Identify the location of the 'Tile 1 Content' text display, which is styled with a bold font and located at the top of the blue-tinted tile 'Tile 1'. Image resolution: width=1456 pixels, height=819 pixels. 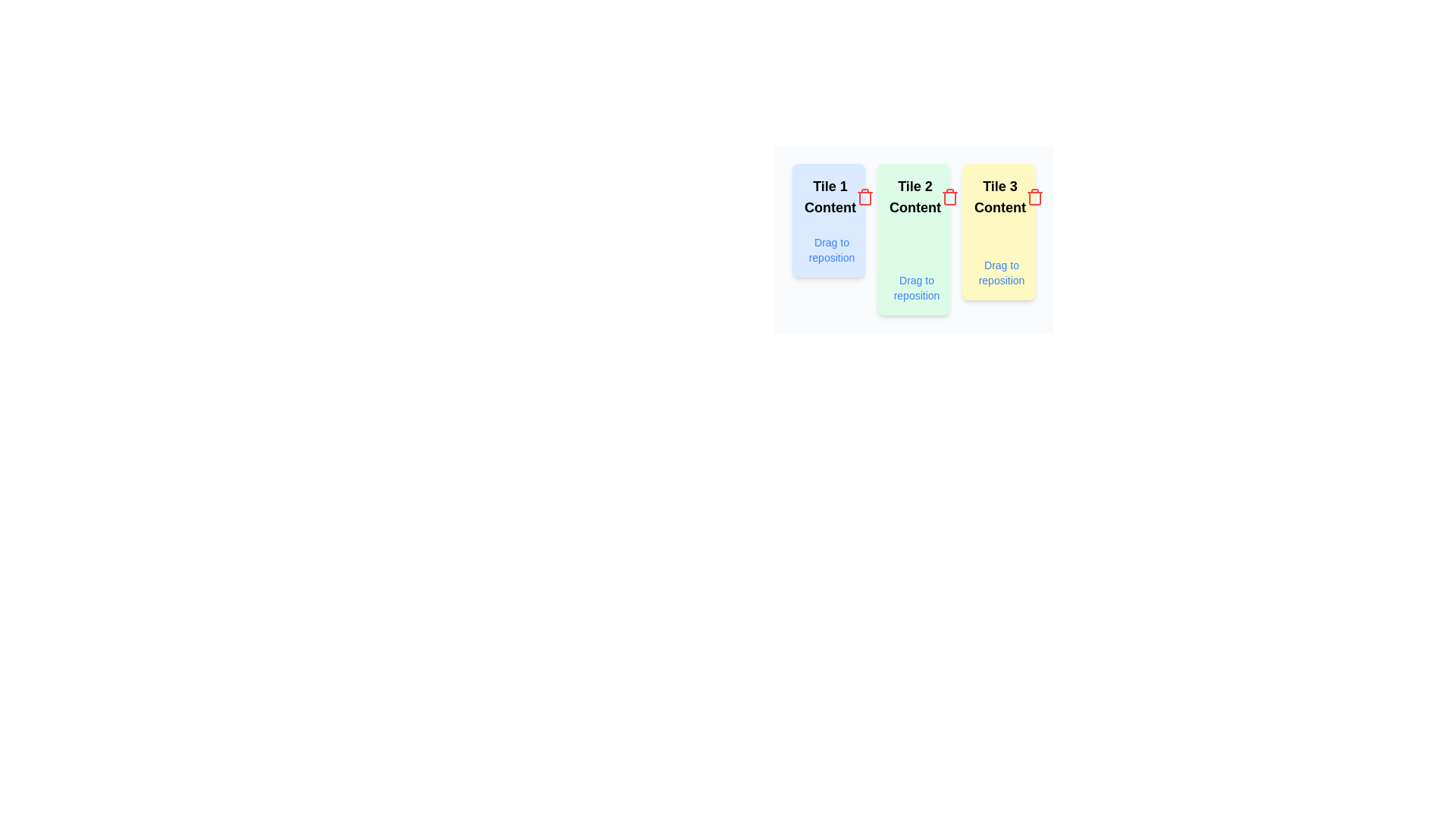
(828, 196).